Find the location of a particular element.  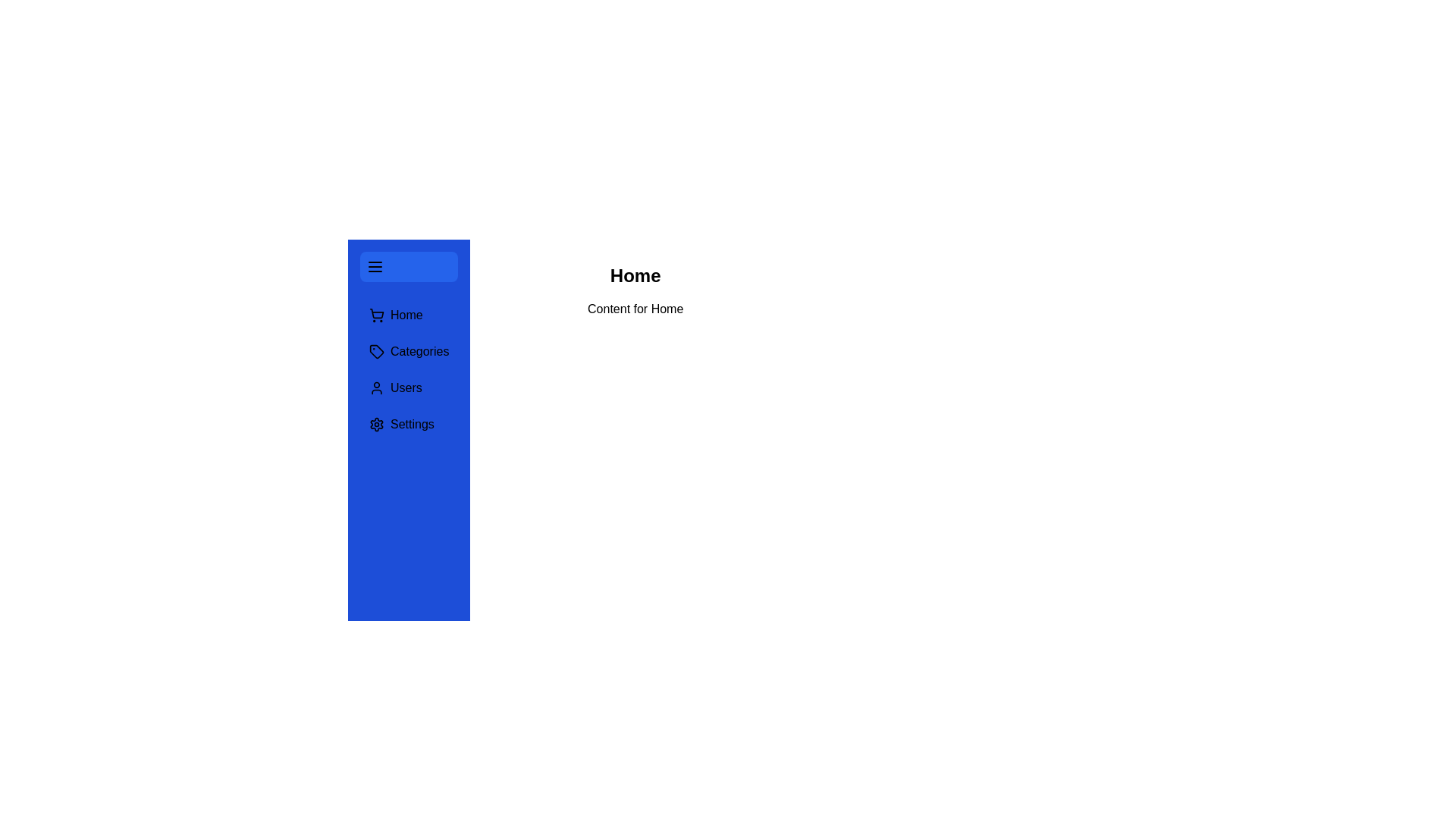

the toggle button to toggle the navigation drawer is located at coordinates (375, 265).